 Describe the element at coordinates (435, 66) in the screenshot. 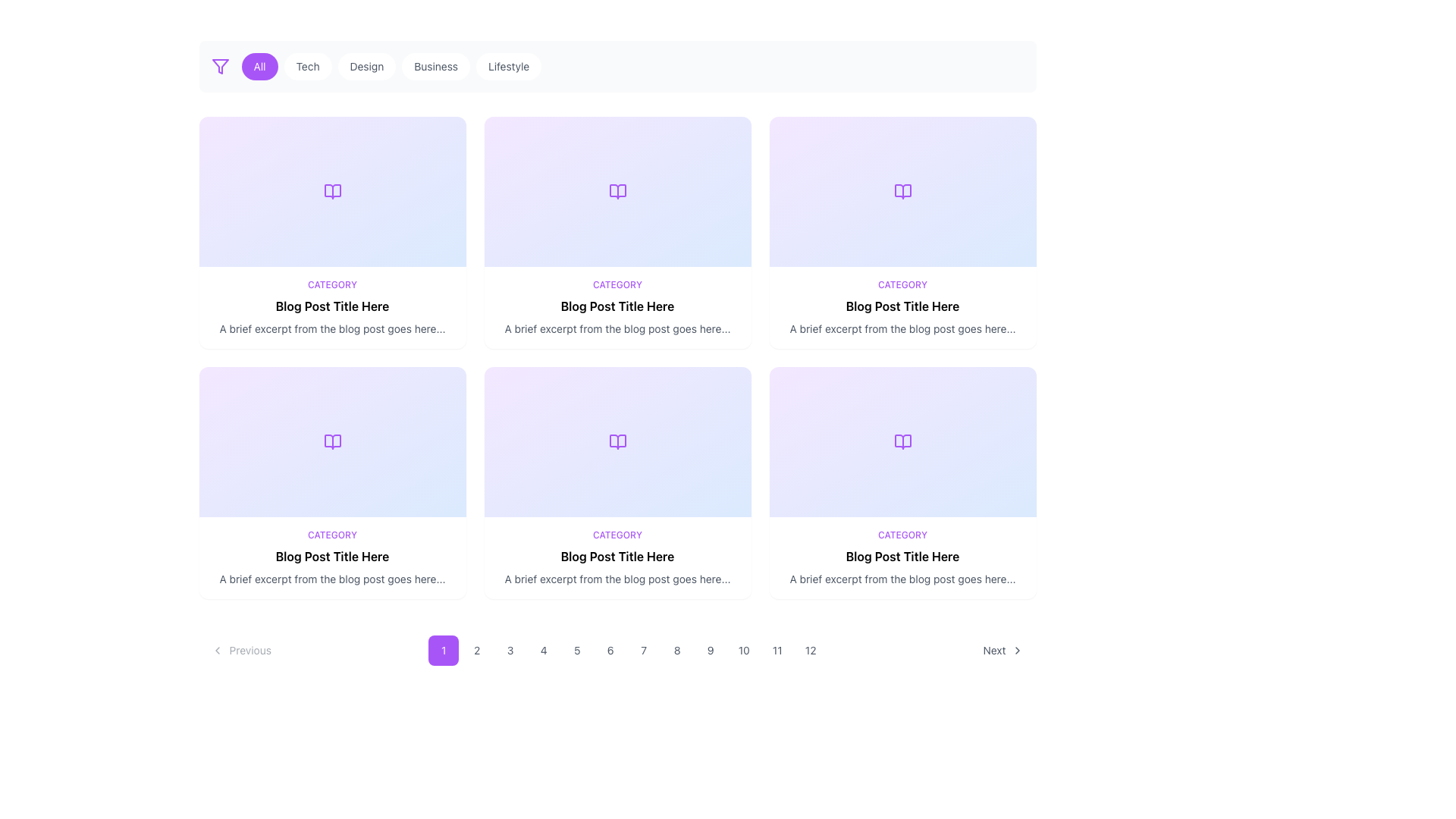

I see `the 'Business' tab in the navigation bar to filter content by the 'Business' category` at that location.